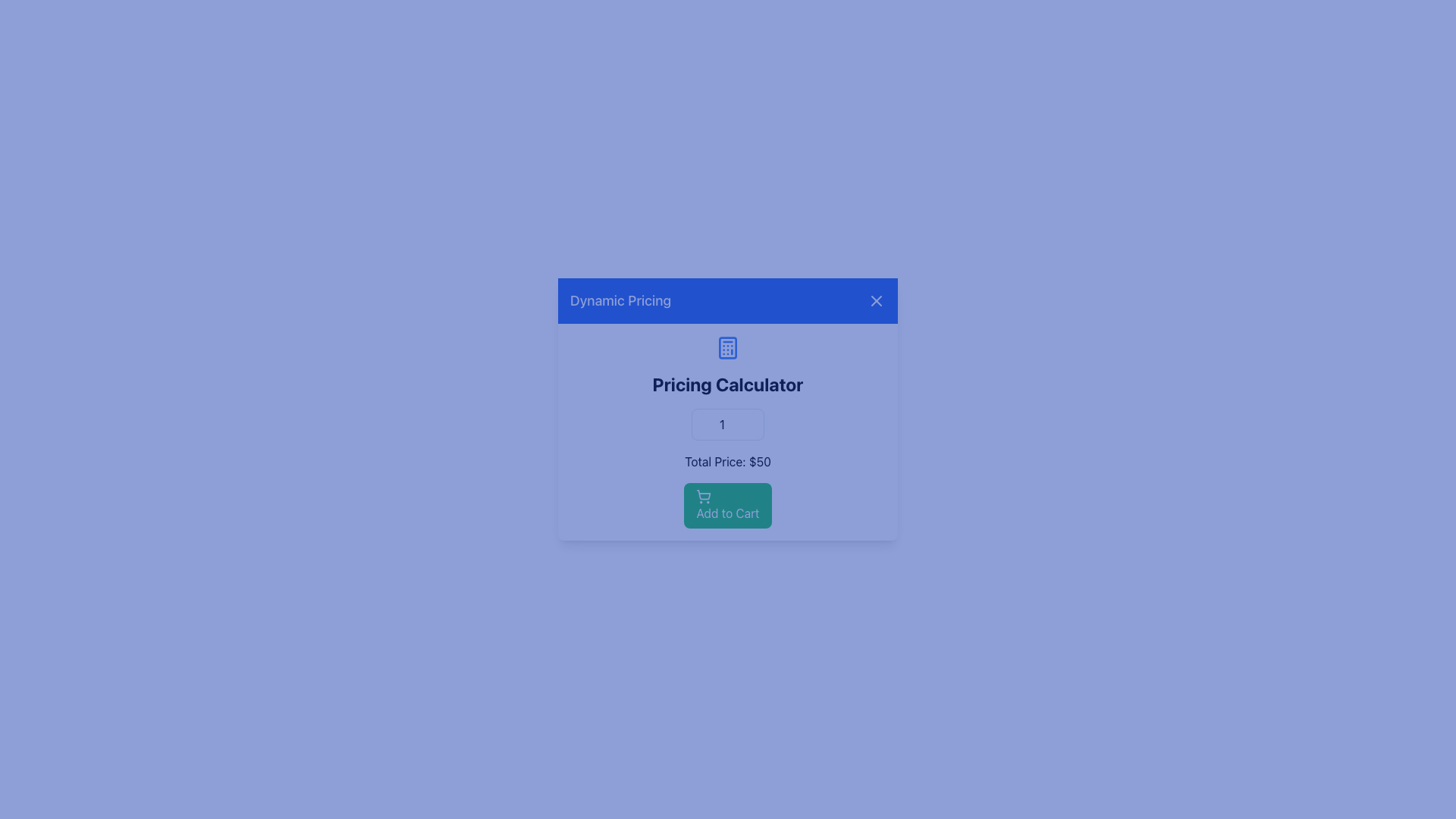 This screenshot has width=1456, height=819. Describe the element at coordinates (728, 348) in the screenshot. I see `the central rounded rectangle within the blue calculator icon located at the top center of the dialog box, above the 'Pricing Calculator' heading` at that location.